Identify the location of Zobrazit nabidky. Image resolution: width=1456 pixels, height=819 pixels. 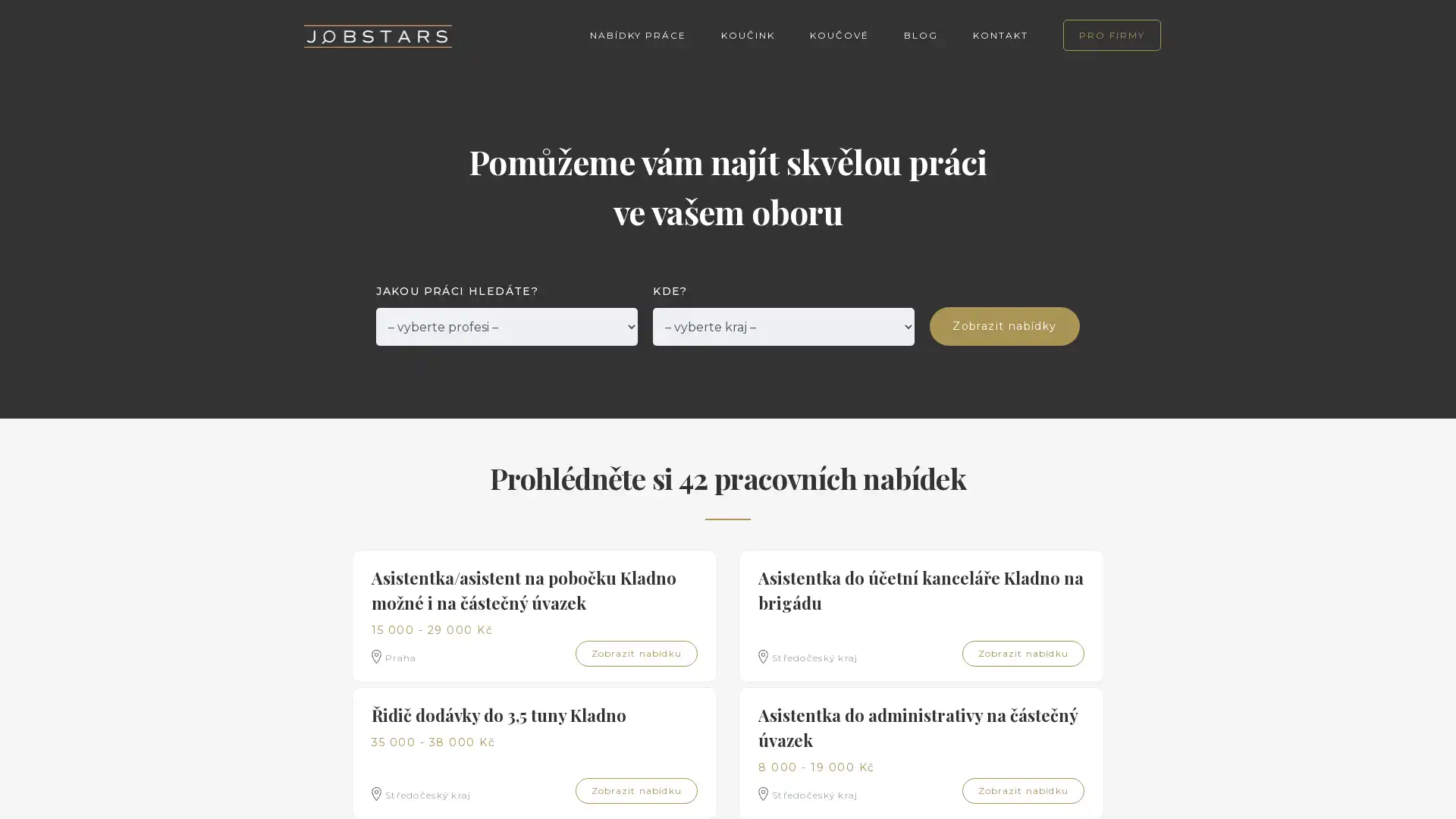
(1004, 325).